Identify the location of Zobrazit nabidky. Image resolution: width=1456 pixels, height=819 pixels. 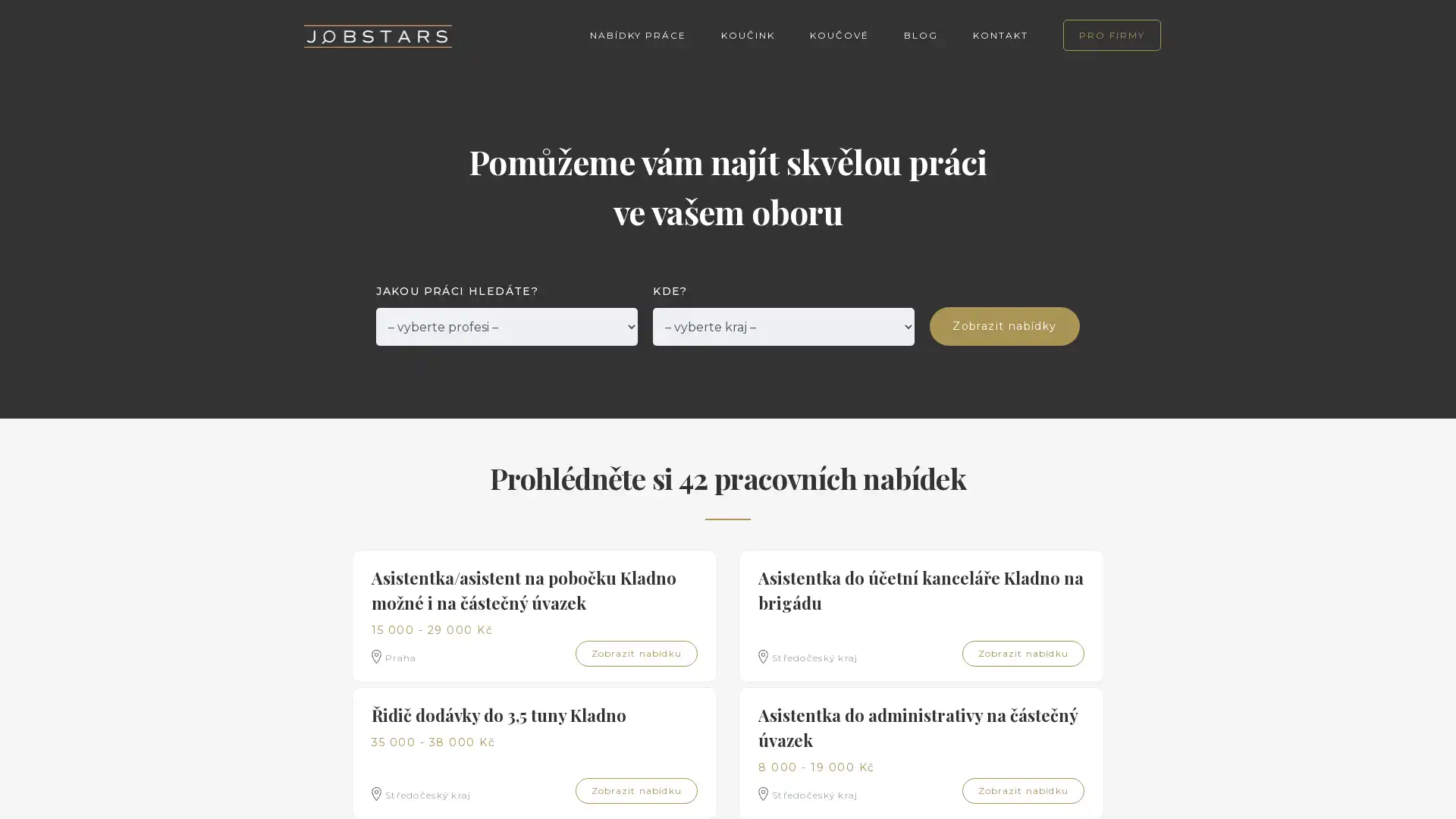
(1004, 325).